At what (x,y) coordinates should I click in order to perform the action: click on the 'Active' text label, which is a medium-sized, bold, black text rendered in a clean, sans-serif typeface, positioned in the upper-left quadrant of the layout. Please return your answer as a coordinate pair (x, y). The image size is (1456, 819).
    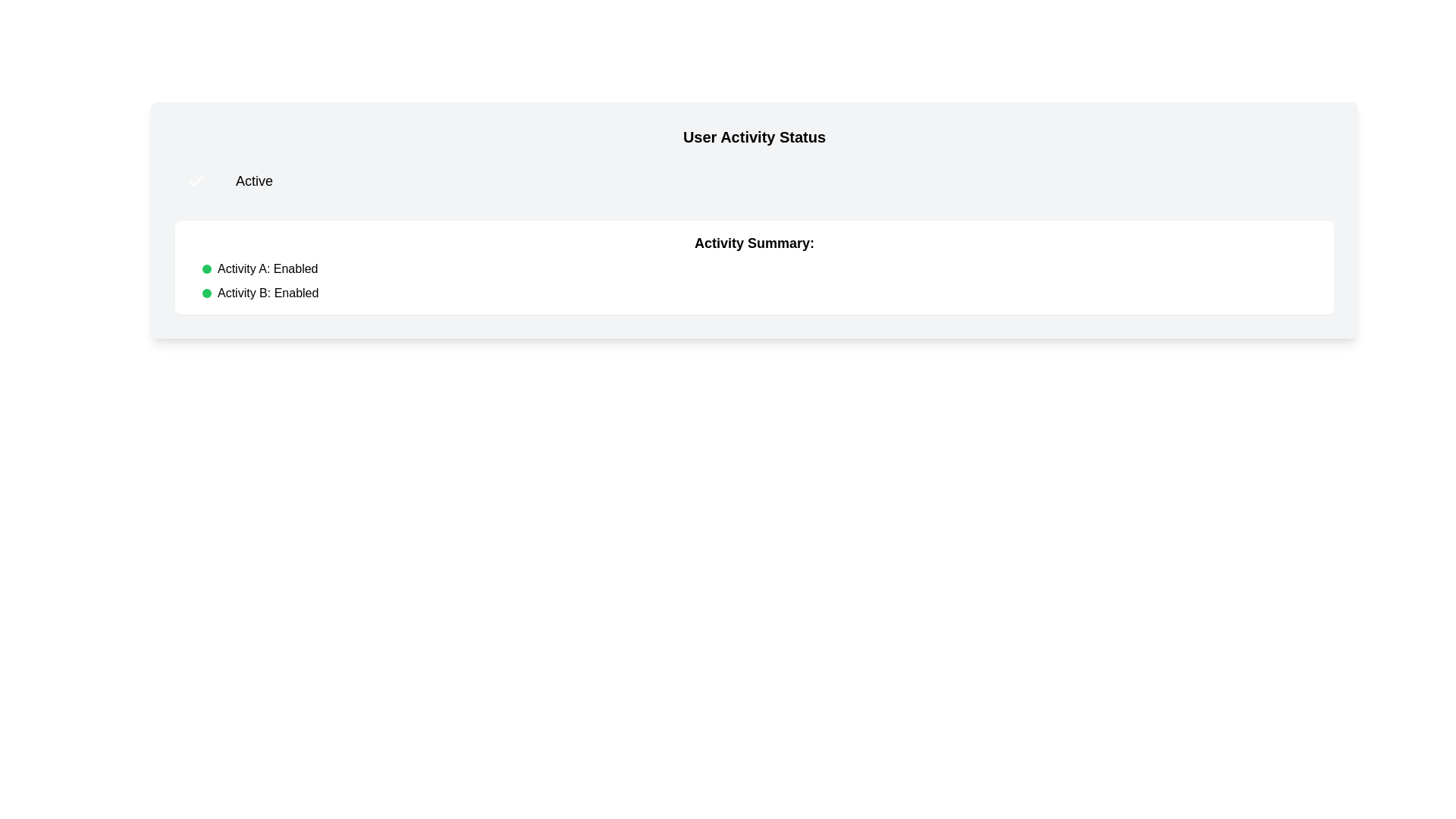
    Looking at the image, I should click on (254, 180).